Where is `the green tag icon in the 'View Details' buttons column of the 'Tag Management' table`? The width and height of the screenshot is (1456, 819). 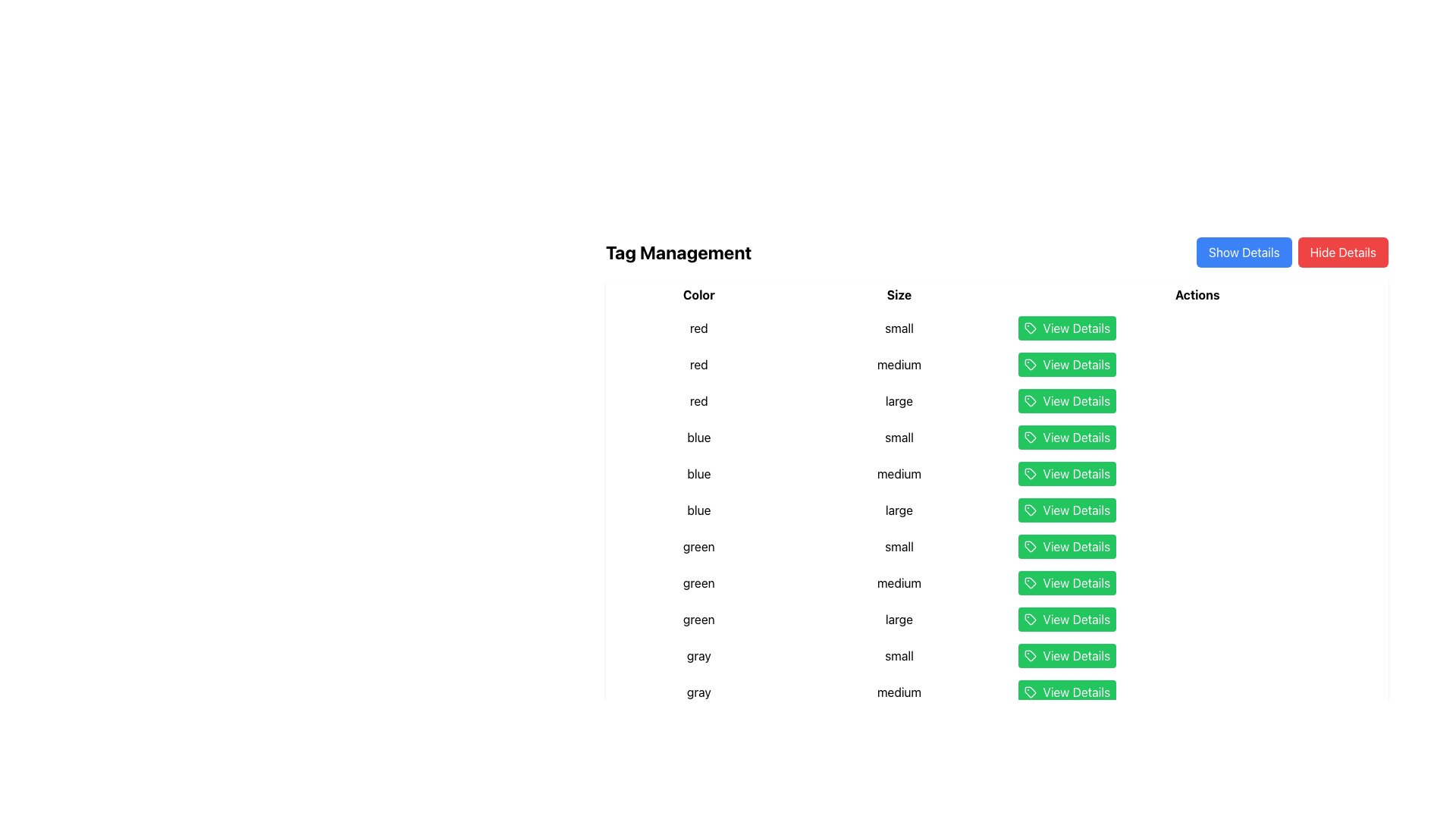 the green tag icon in the 'View Details' buttons column of the 'Tag Management' table is located at coordinates (1031, 547).